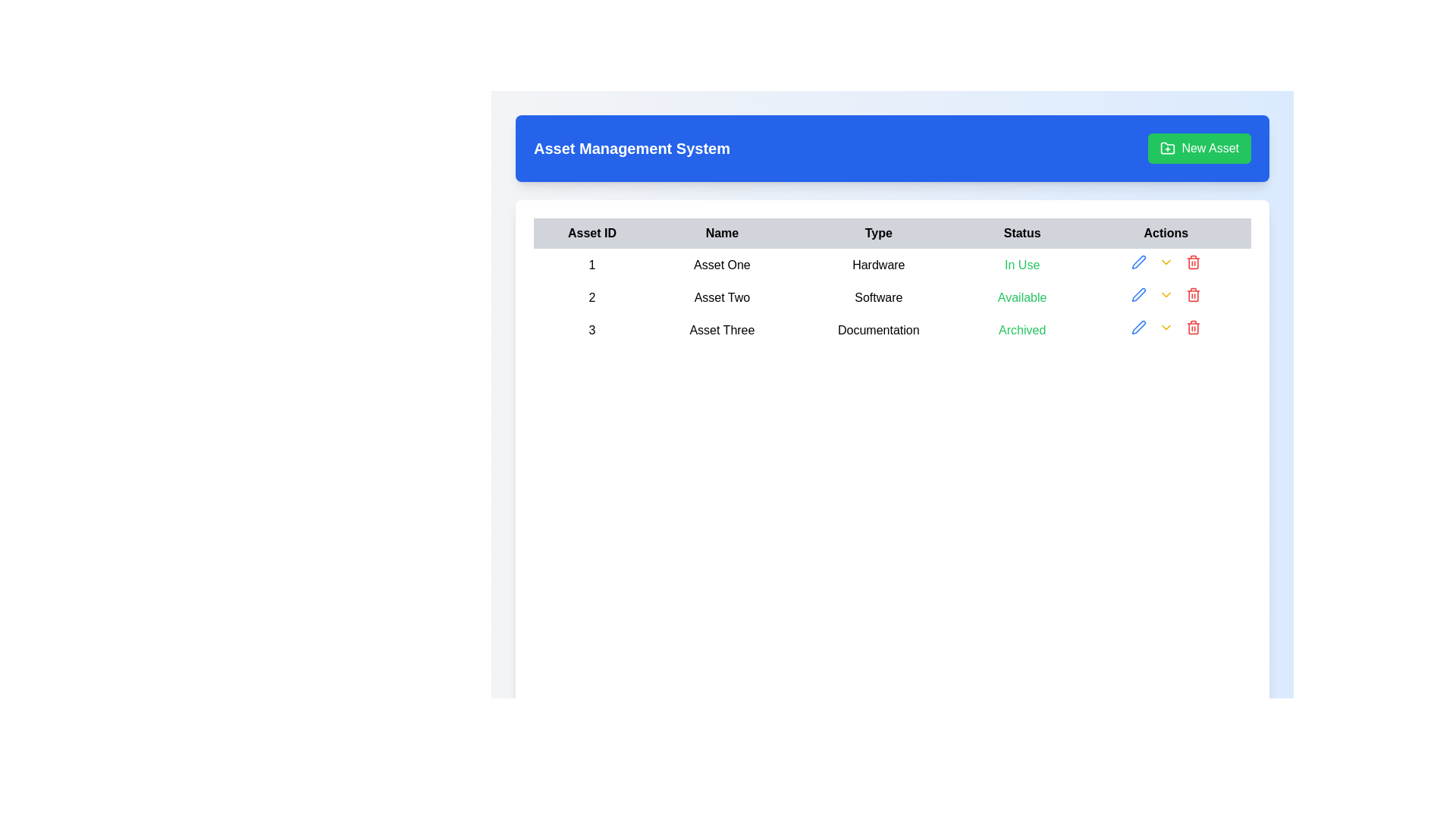 The height and width of the screenshot is (819, 1456). Describe the element at coordinates (591, 329) in the screenshot. I see `the 'Asset ID' text label in the third row of the Asset Management System table, which uniquely identifies an asset` at that location.